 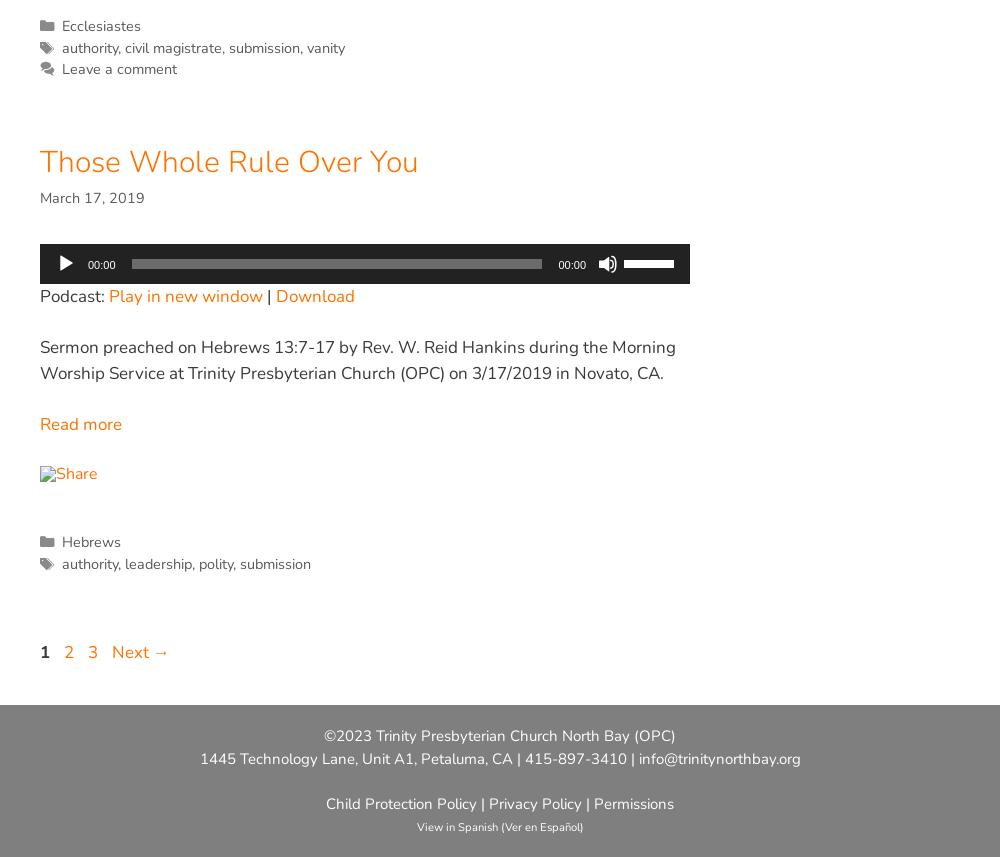 I want to click on 'Podcast:', so click(x=73, y=295).